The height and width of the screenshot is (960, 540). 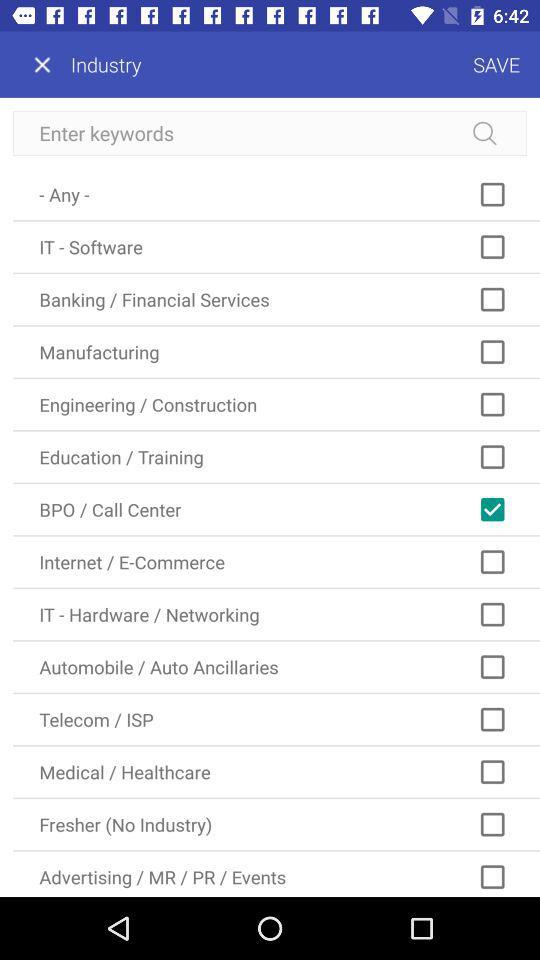 What do you see at coordinates (275, 403) in the screenshot?
I see `engineering / construction` at bounding box center [275, 403].